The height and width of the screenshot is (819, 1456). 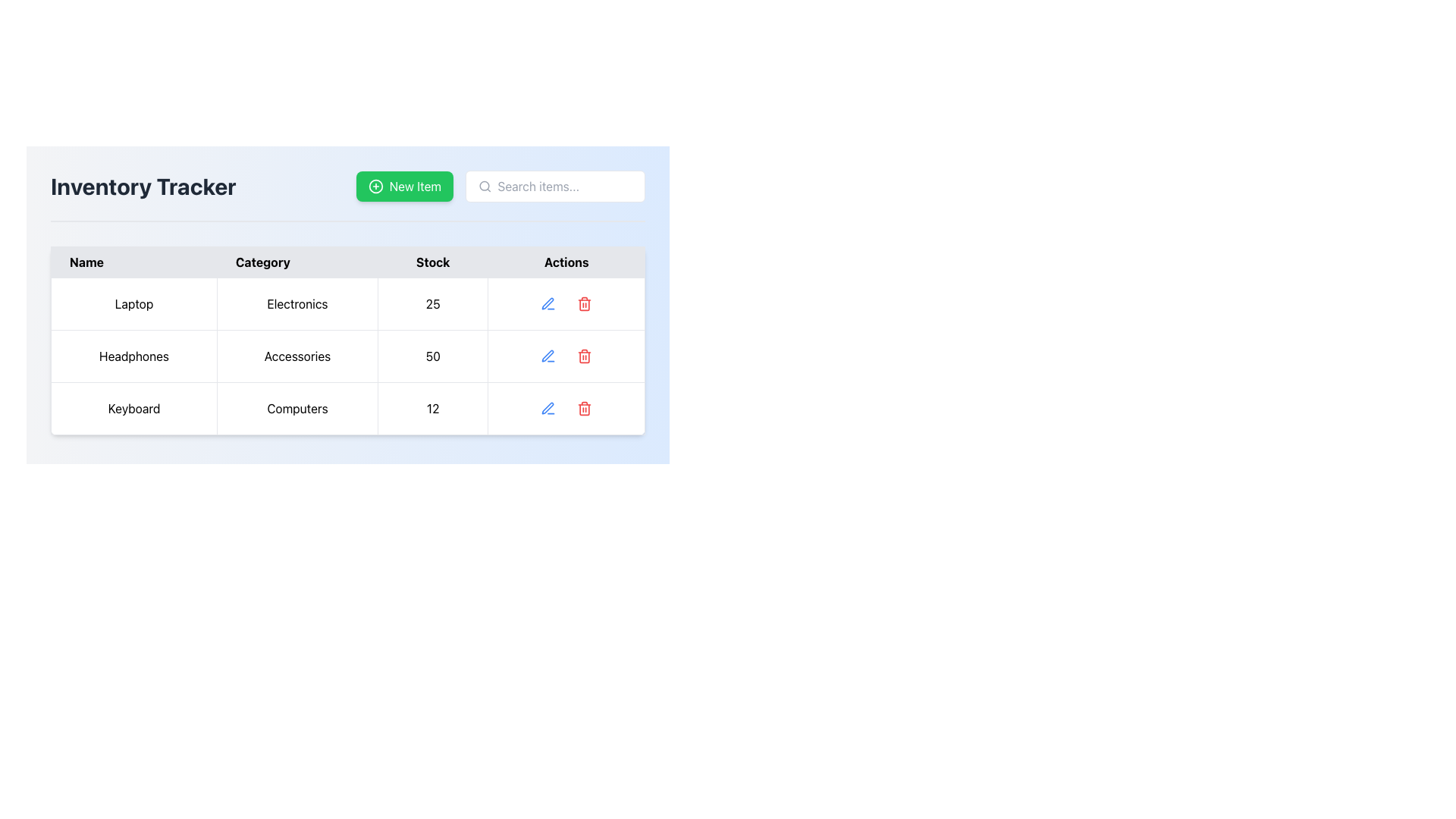 I want to click on the blue pen icon in the Actions column of the Keyboard row, so click(x=548, y=408).